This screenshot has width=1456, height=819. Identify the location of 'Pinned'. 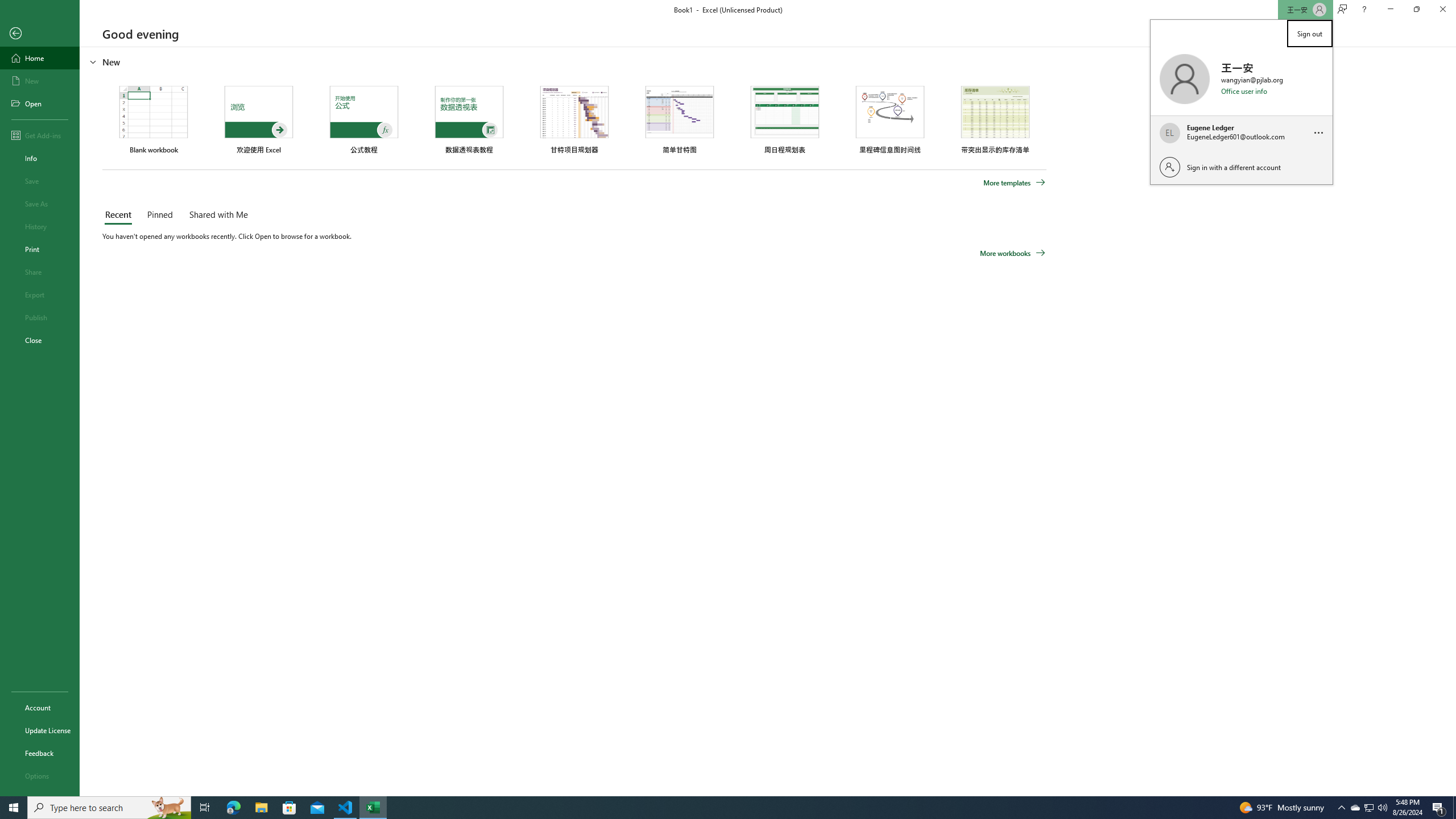
(159, 215).